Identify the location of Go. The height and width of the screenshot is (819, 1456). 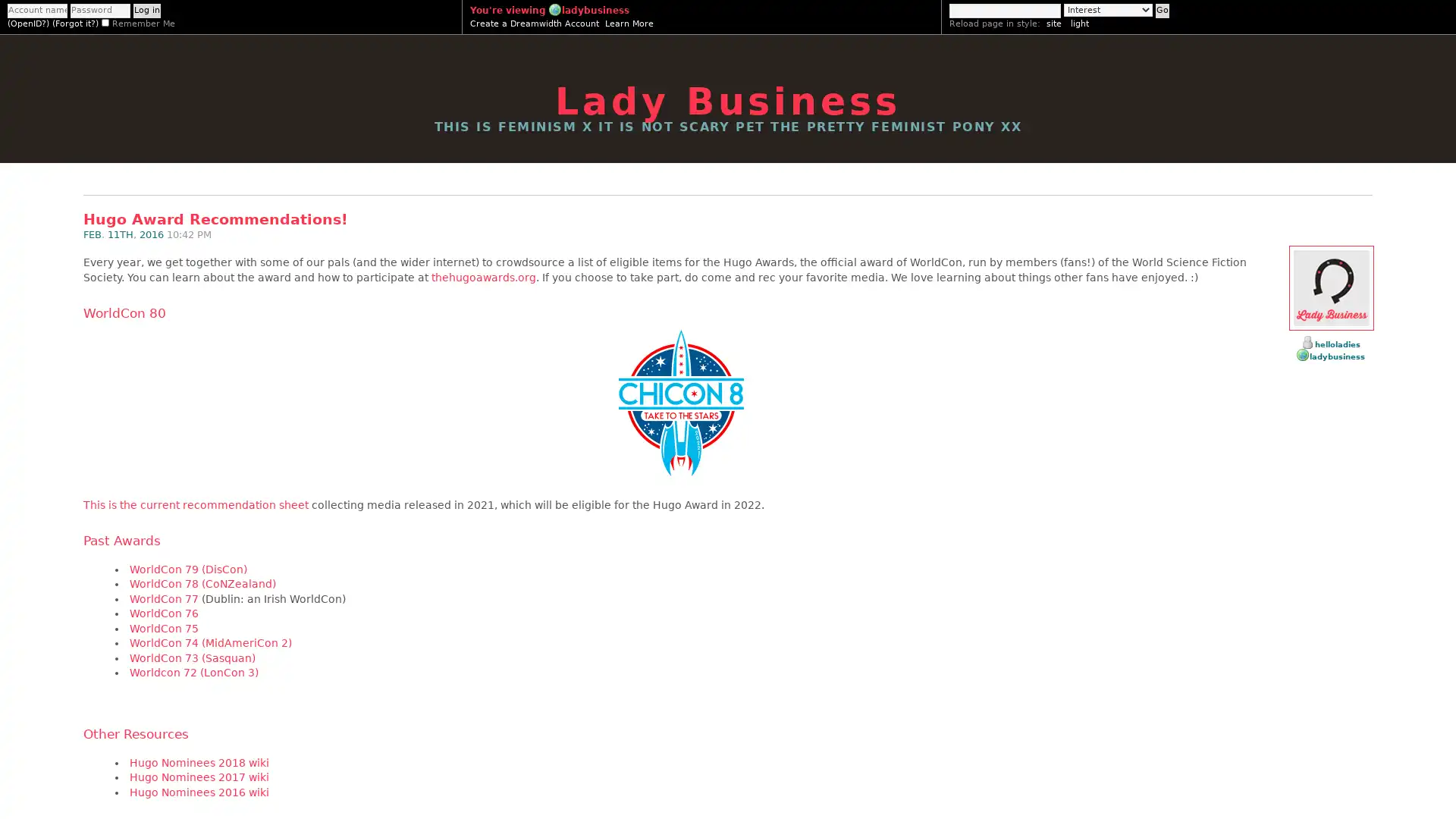
(1160, 11).